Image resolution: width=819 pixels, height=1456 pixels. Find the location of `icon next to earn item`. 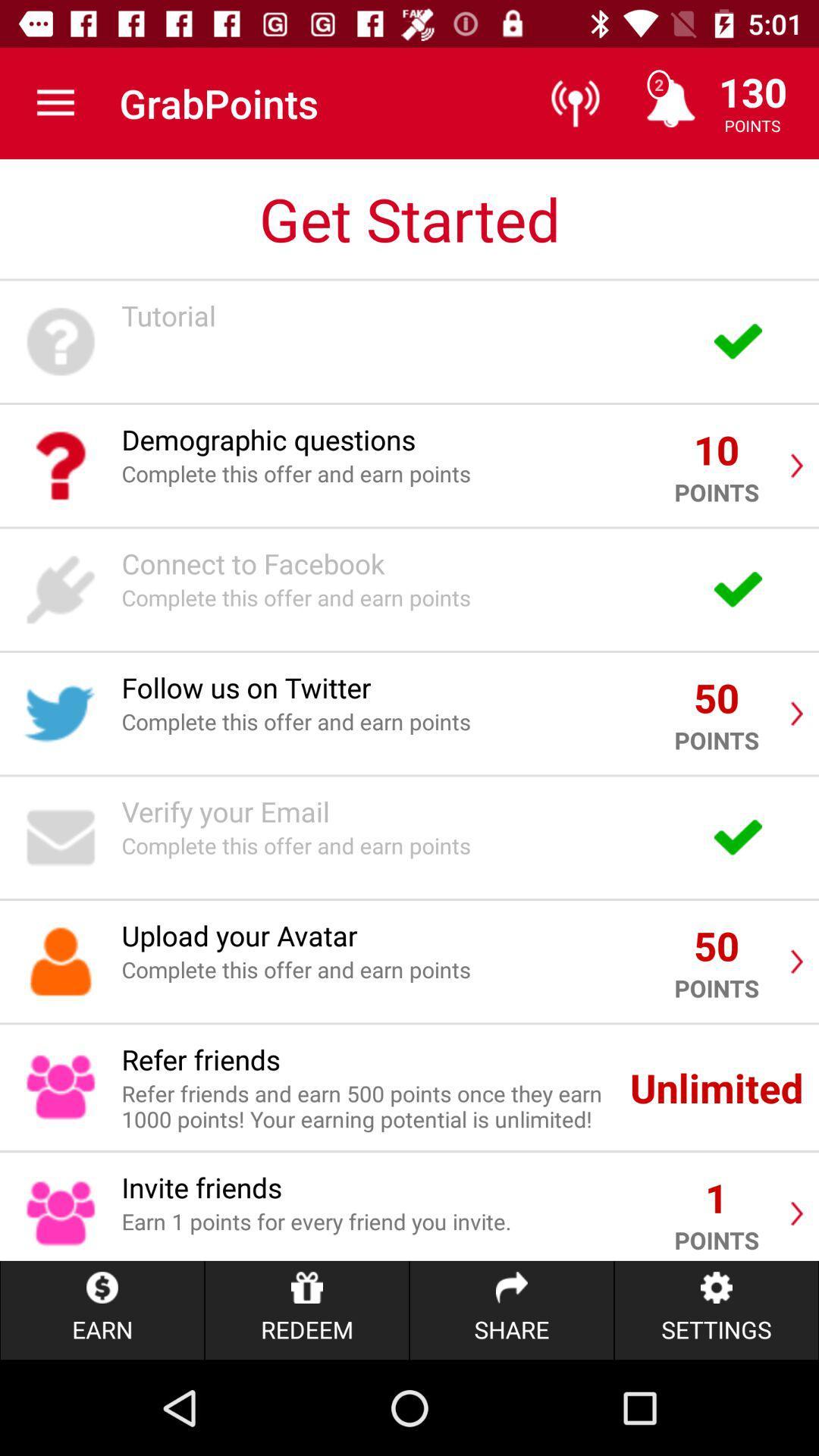

icon next to earn item is located at coordinates (307, 1310).